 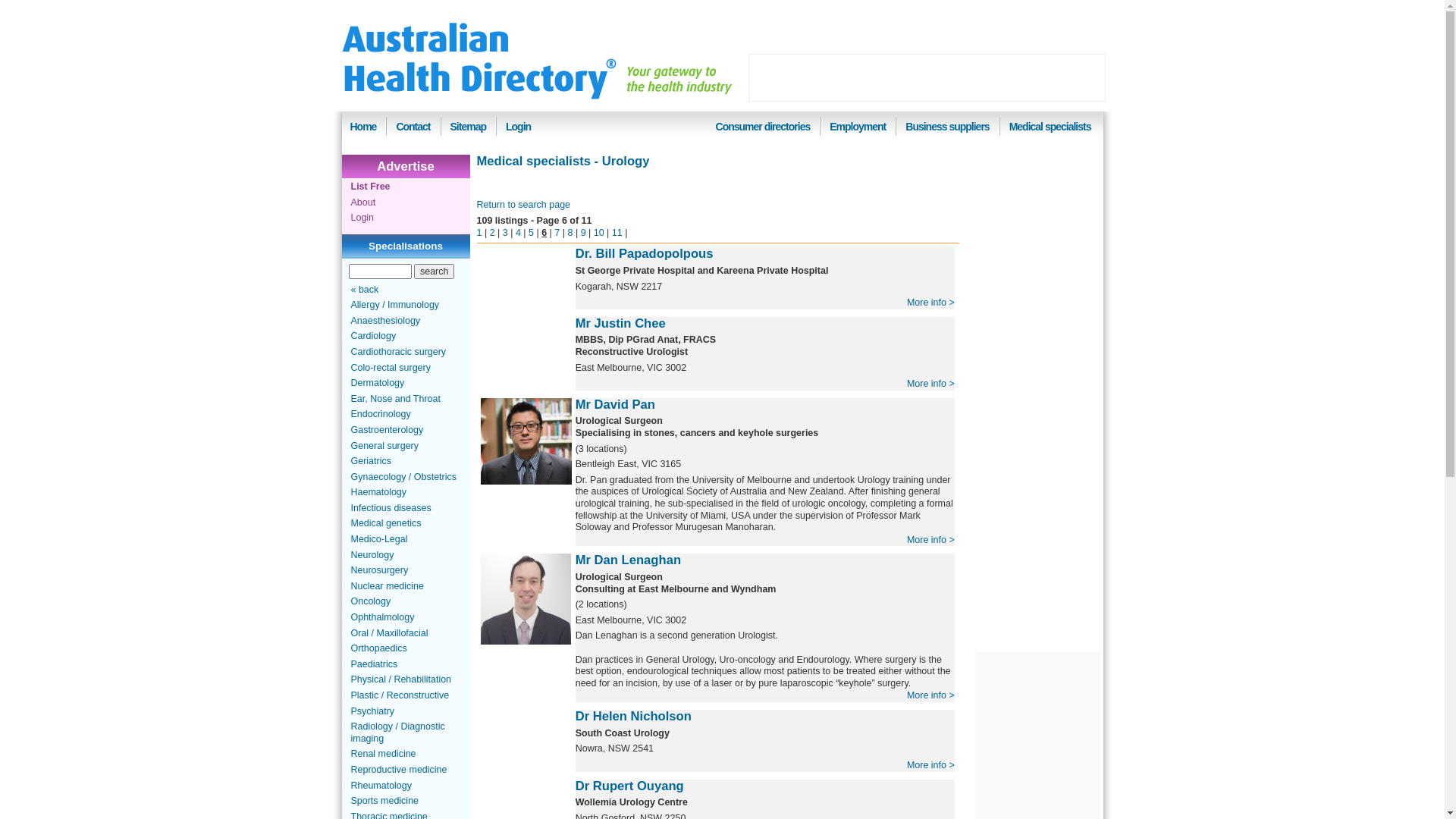 I want to click on 'Endocrinology', so click(x=349, y=414).